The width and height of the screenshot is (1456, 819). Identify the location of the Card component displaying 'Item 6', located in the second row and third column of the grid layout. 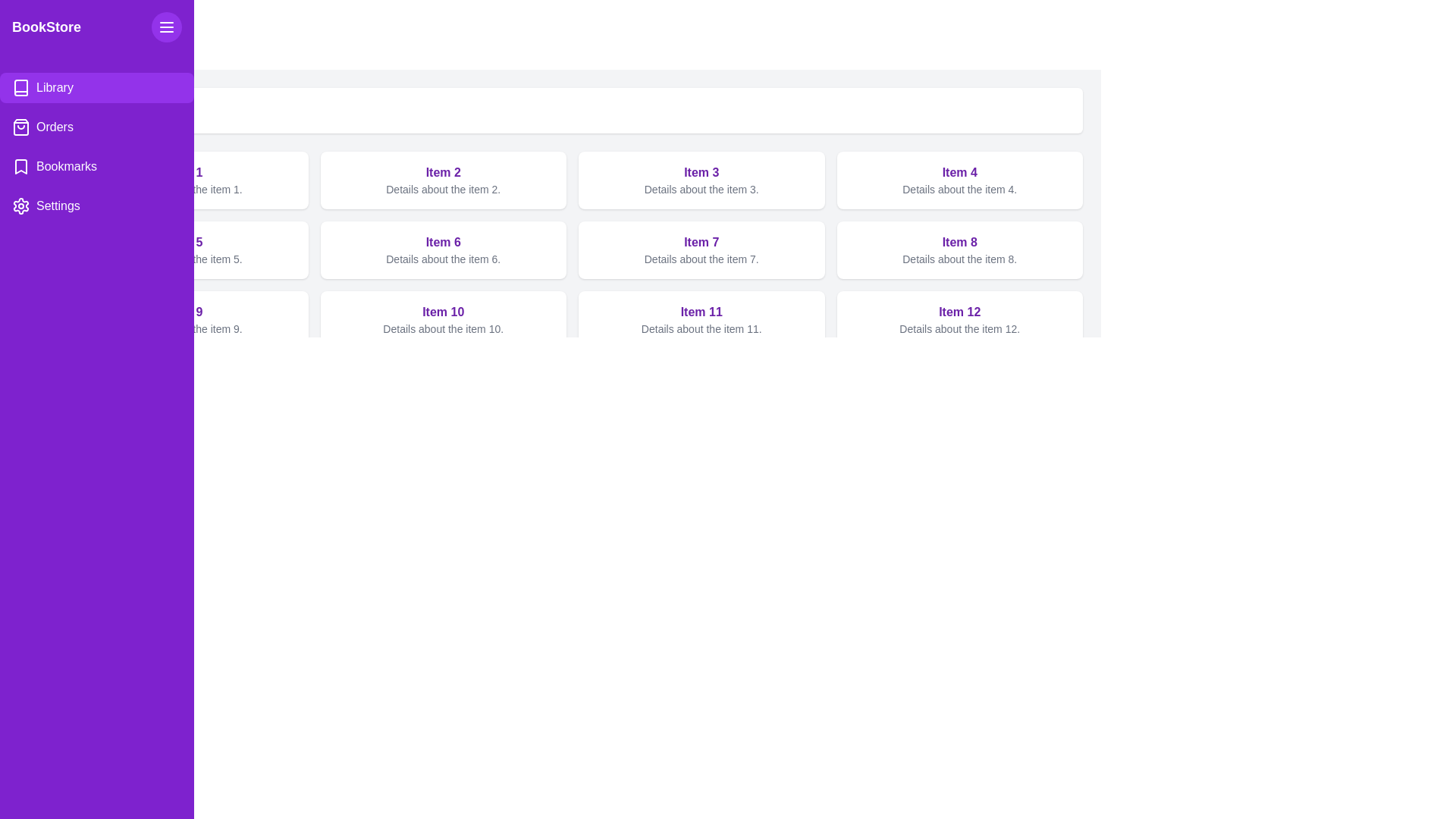
(442, 249).